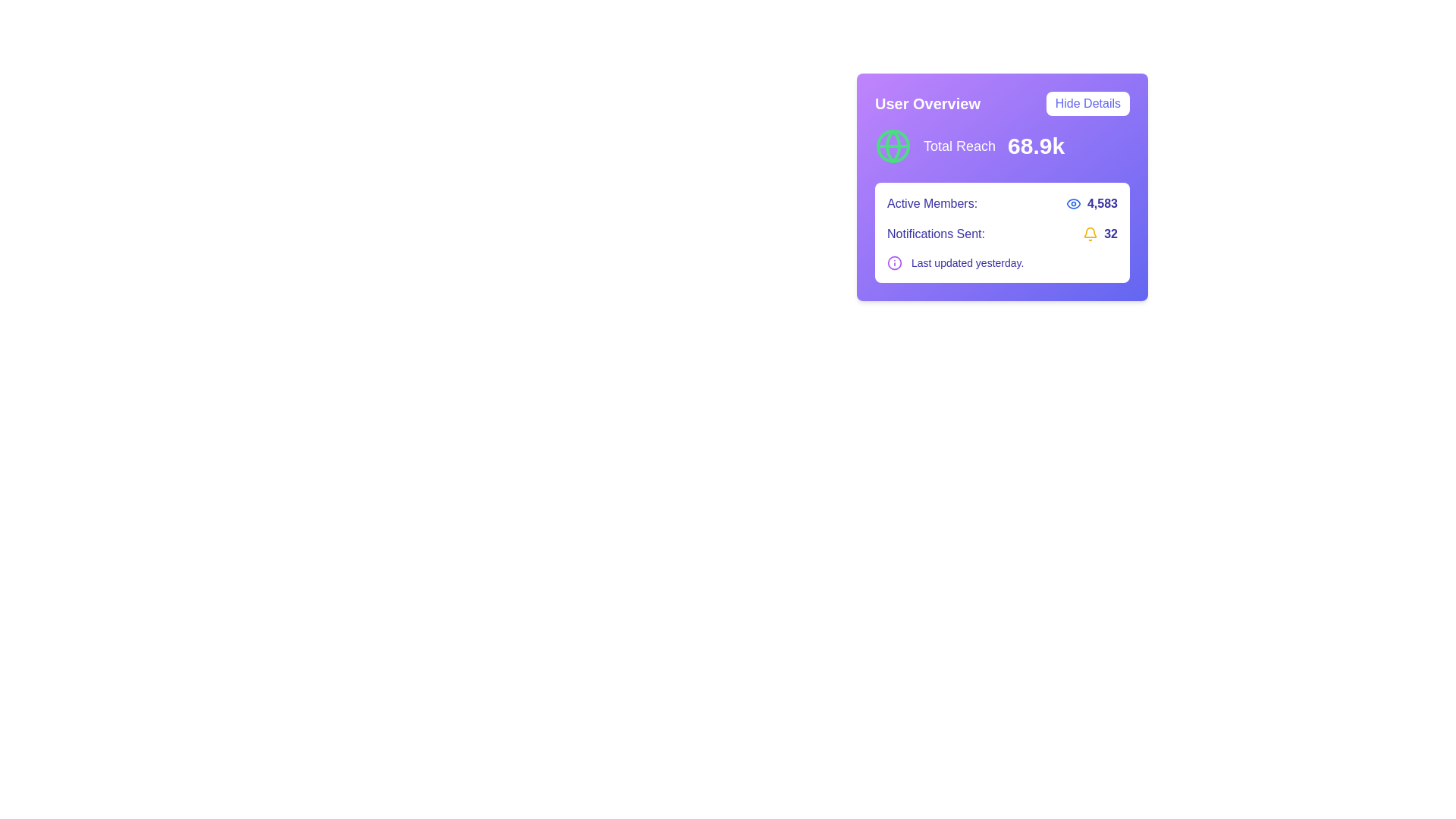  I want to click on the 'Notifications Sent:' label, which is styled in a clean sans-serif font on a purple-themed rectangular card, located within the 'User Overview' card, to the left of the icon and the numeric value '32', so click(935, 234).